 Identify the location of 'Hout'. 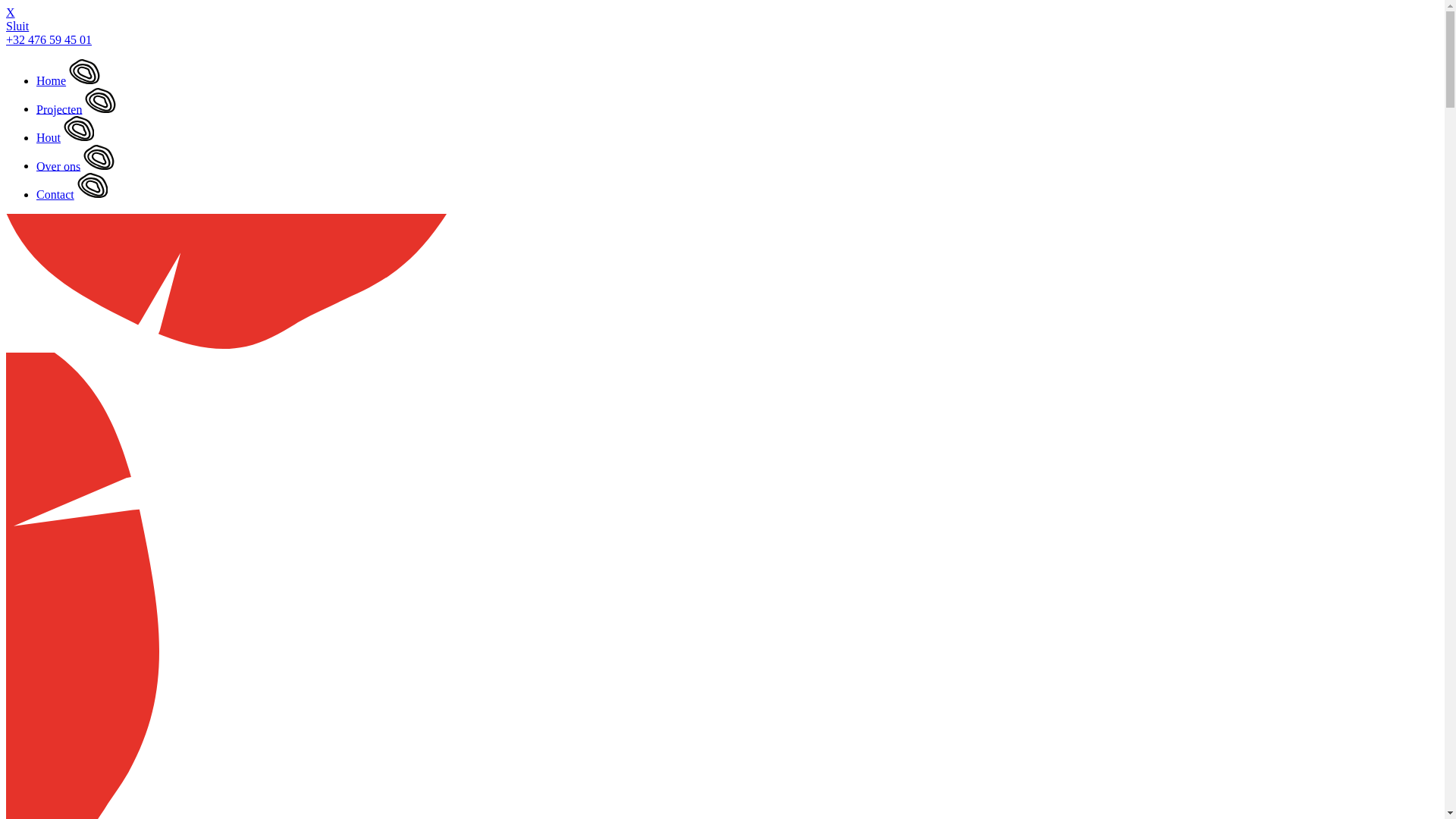
(48, 137).